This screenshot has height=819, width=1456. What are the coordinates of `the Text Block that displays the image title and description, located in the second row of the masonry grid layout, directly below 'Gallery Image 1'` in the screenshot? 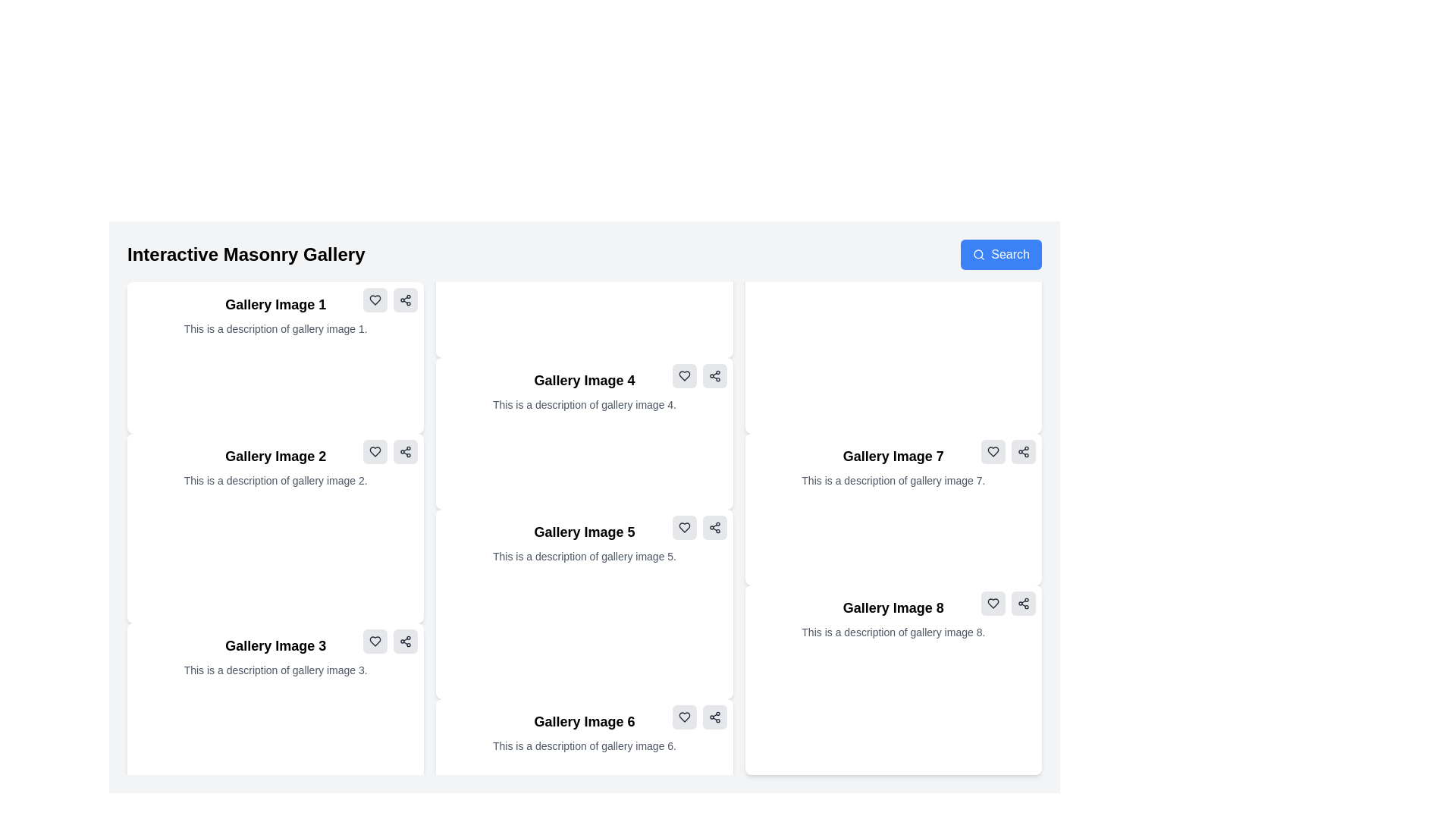 It's located at (275, 466).